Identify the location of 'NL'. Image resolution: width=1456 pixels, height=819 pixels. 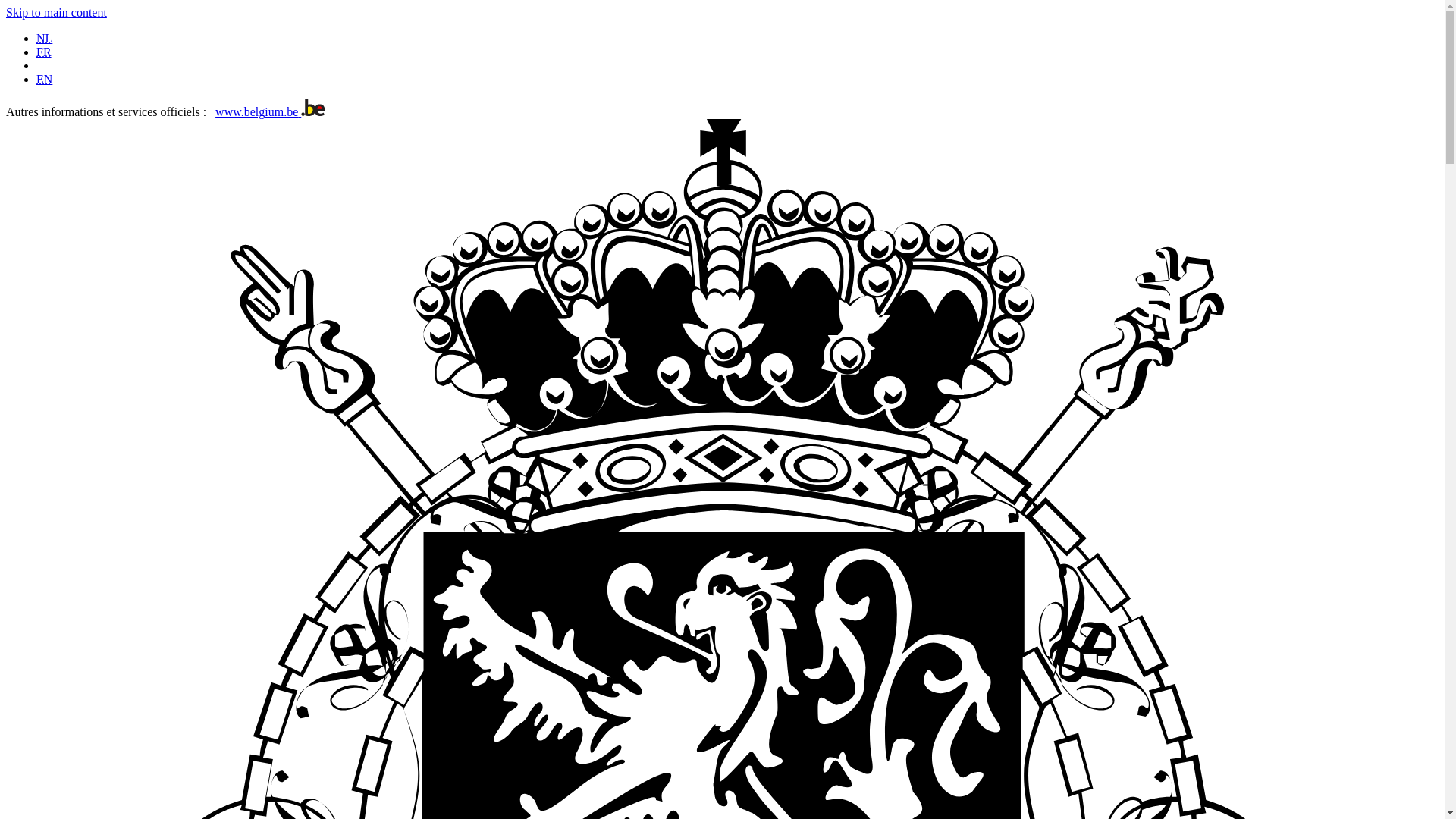
(44, 37).